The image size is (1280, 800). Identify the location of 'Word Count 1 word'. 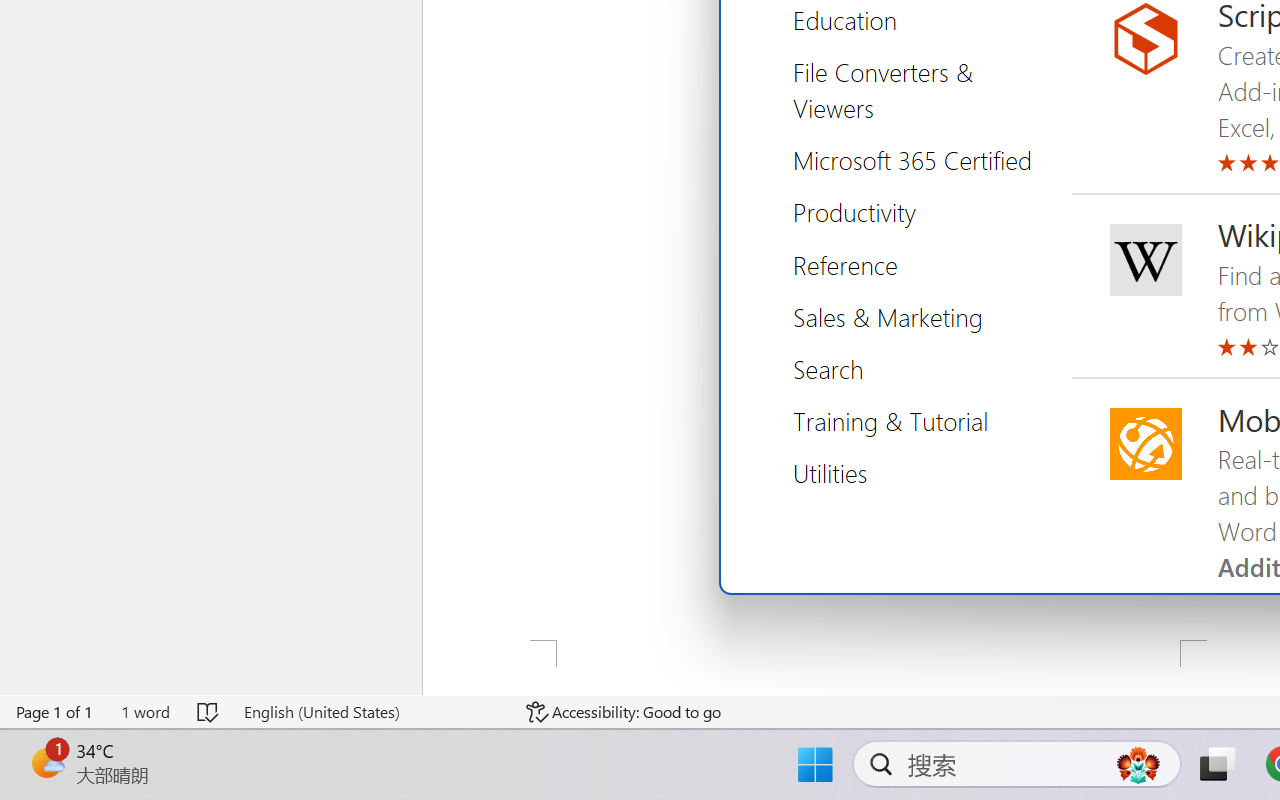
(144, 711).